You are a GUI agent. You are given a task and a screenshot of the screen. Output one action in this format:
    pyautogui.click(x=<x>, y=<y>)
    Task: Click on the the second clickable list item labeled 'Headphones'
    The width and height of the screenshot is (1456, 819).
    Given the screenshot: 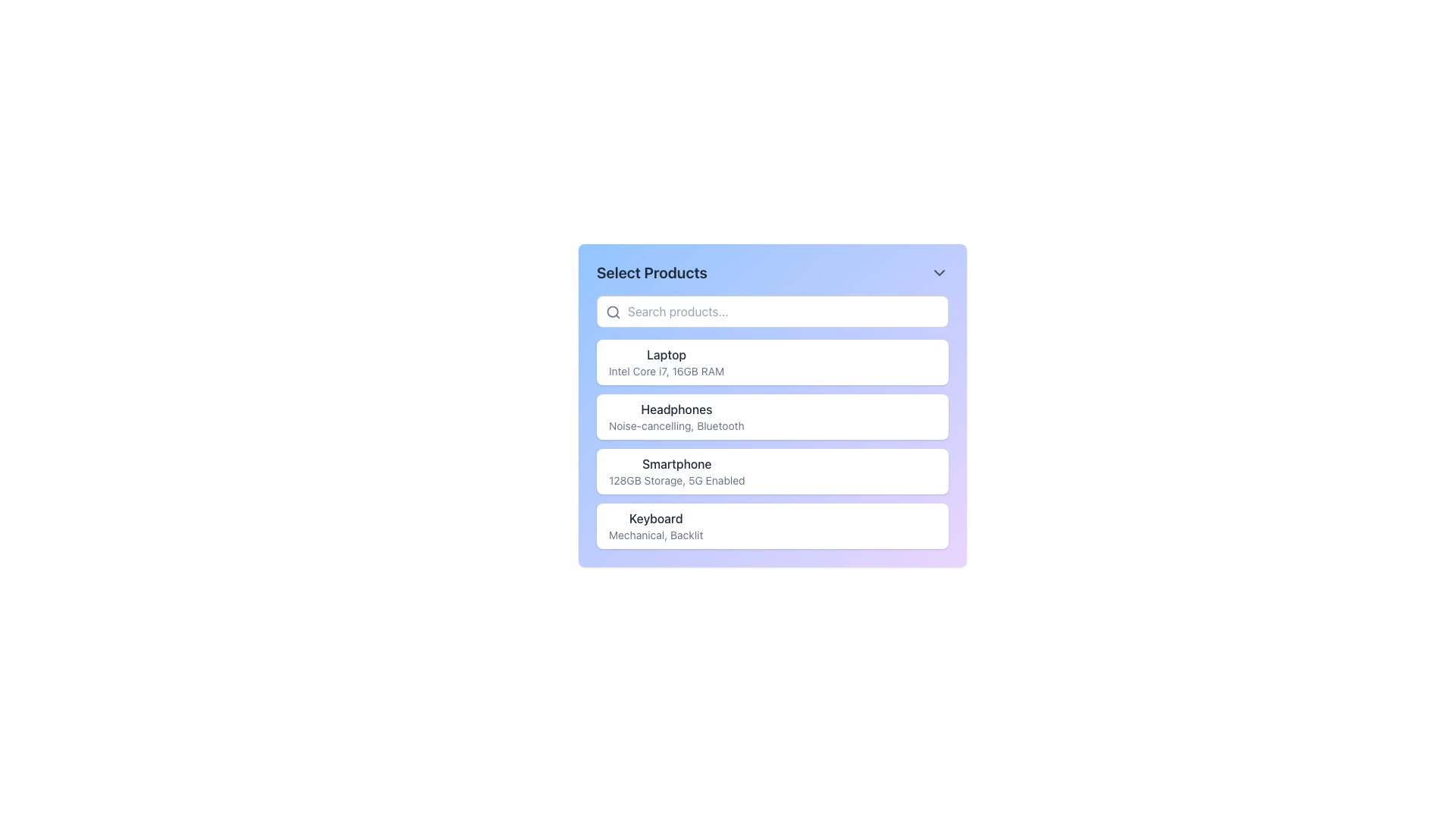 What is the action you would take?
    pyautogui.click(x=772, y=405)
    